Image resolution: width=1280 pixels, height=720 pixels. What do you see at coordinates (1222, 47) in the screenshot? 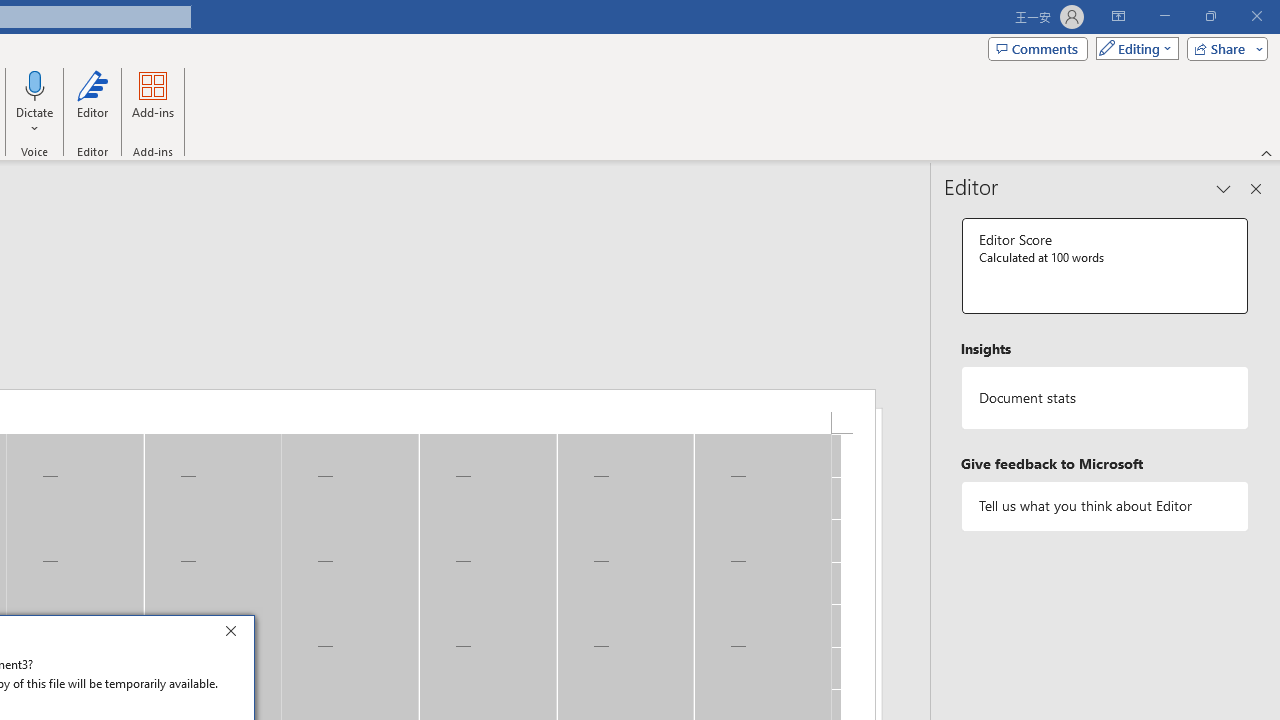
I see `'Share'` at bounding box center [1222, 47].